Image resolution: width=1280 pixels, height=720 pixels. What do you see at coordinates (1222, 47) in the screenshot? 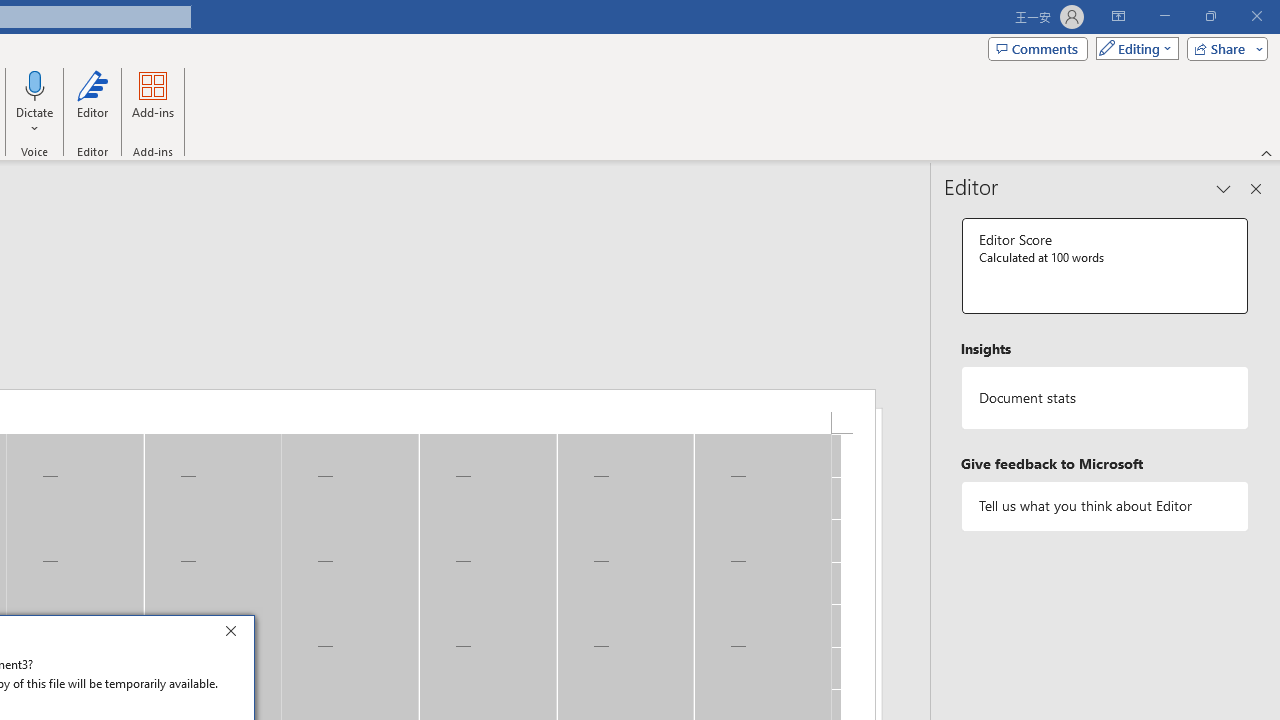
I see `'Share'` at bounding box center [1222, 47].